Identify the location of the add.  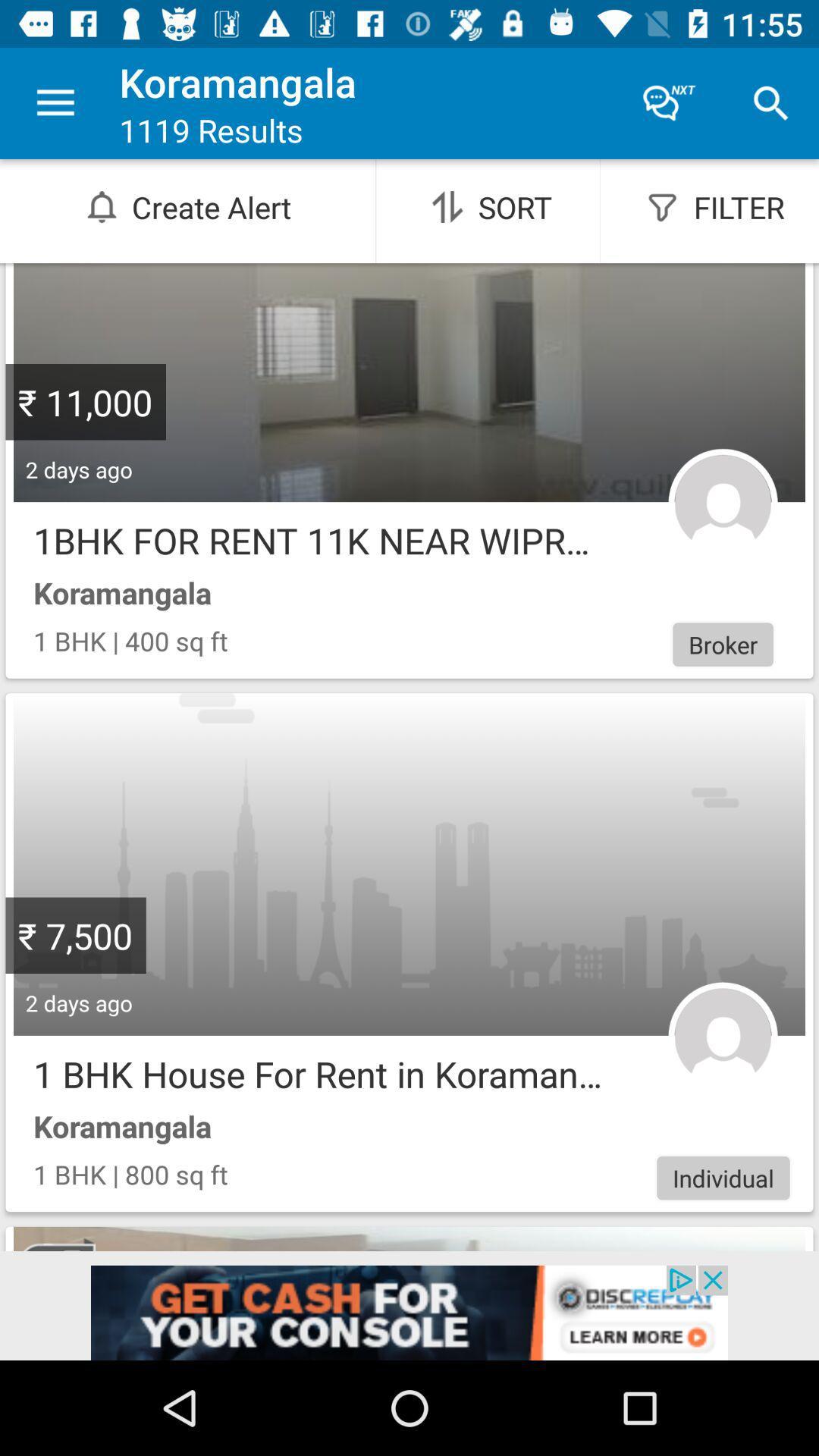
(409, 1312).